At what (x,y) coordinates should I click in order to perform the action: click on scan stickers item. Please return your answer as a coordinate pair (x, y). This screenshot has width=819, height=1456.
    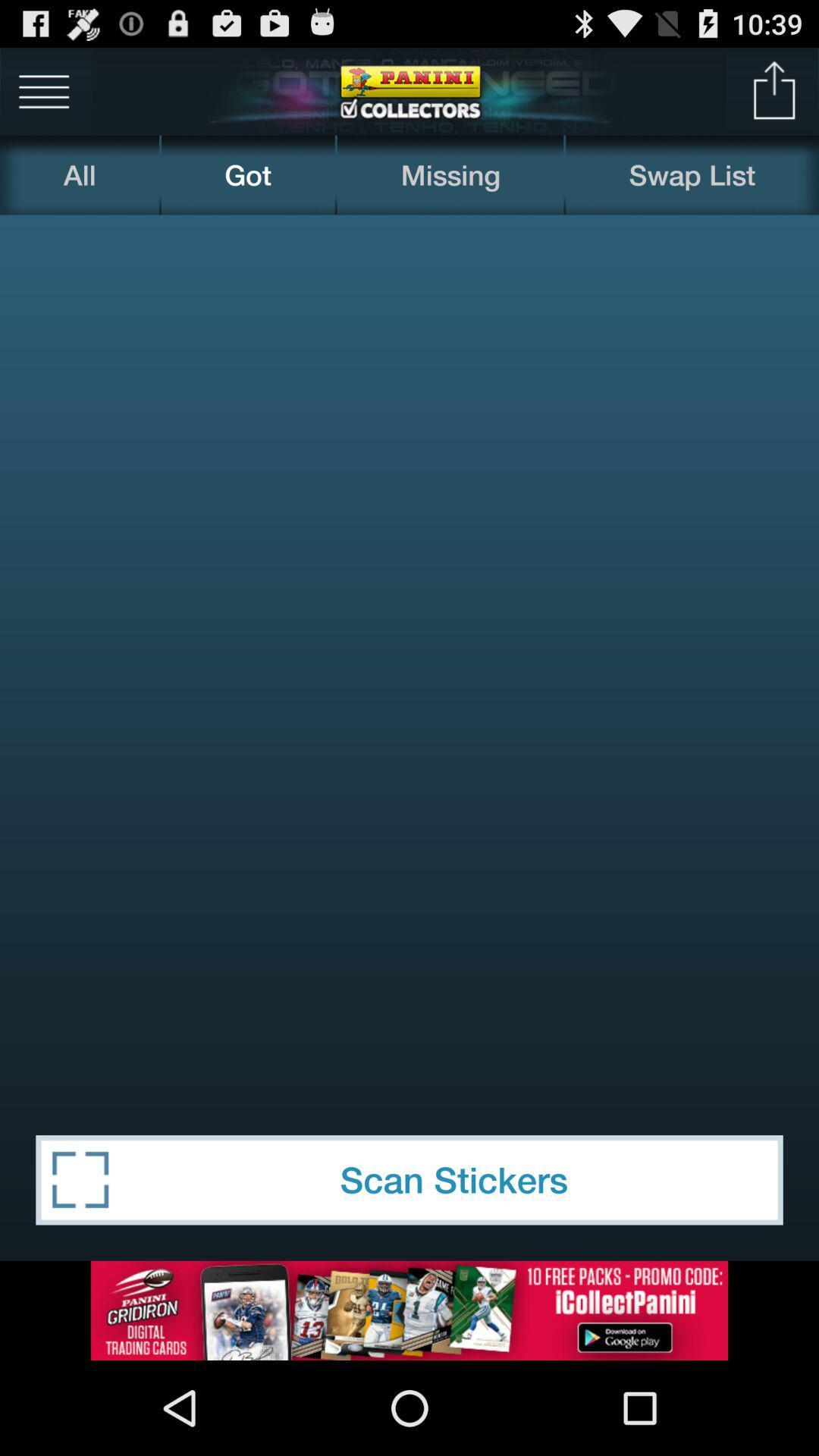
    Looking at the image, I should click on (409, 1179).